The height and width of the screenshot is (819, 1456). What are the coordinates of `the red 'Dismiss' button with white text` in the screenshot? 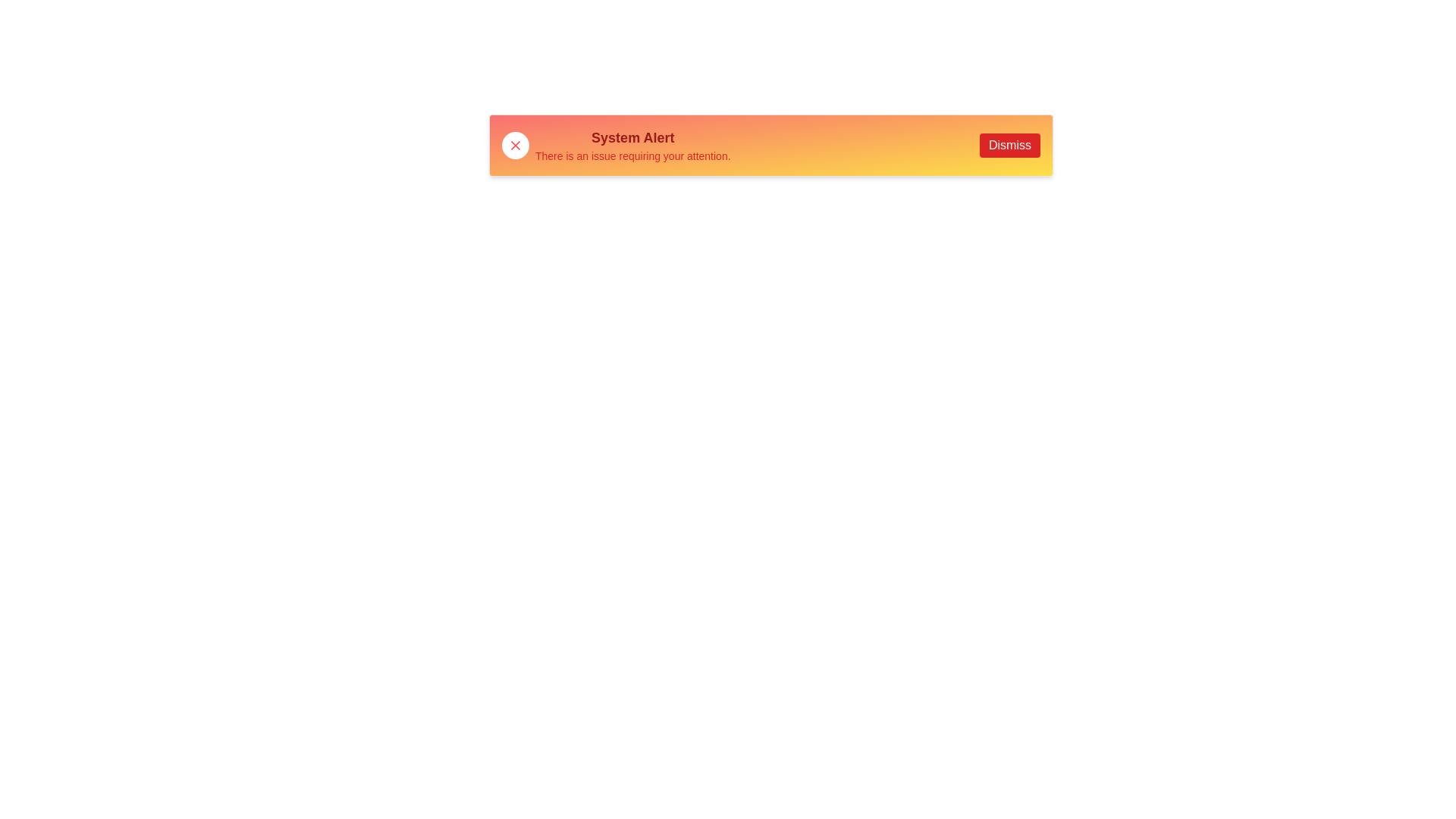 It's located at (1009, 146).